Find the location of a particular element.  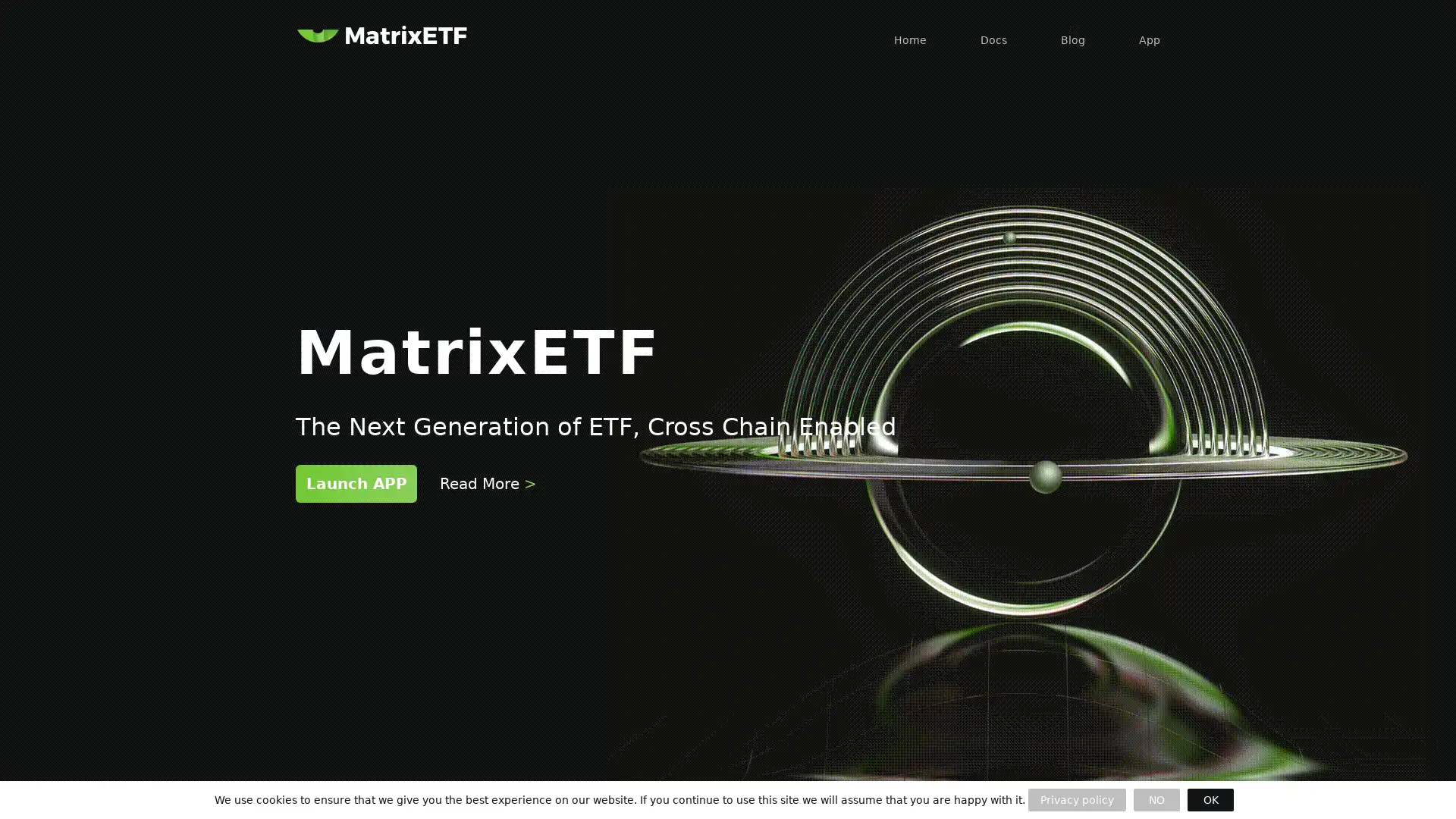

OK is located at coordinates (1210, 799).